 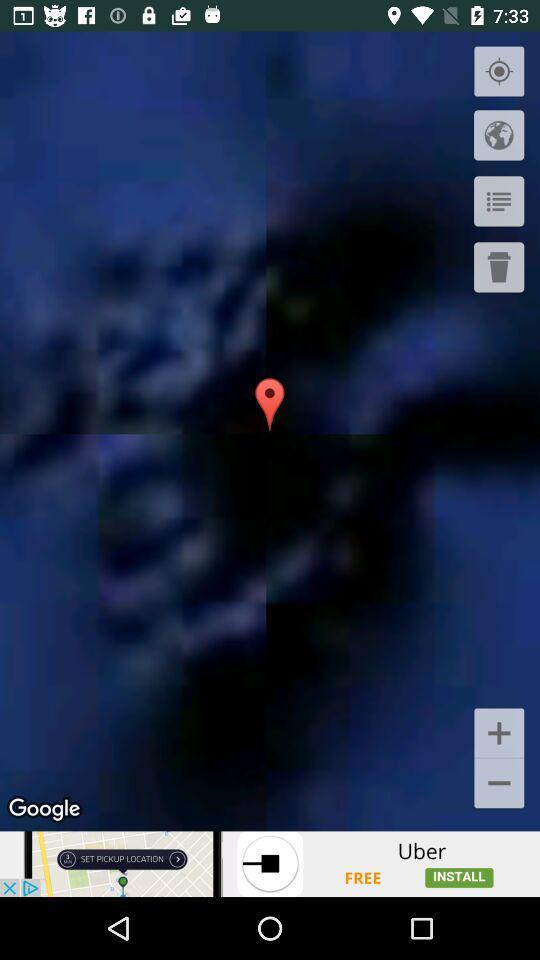 What do you see at coordinates (498, 266) in the screenshot?
I see `click the delete button` at bounding box center [498, 266].